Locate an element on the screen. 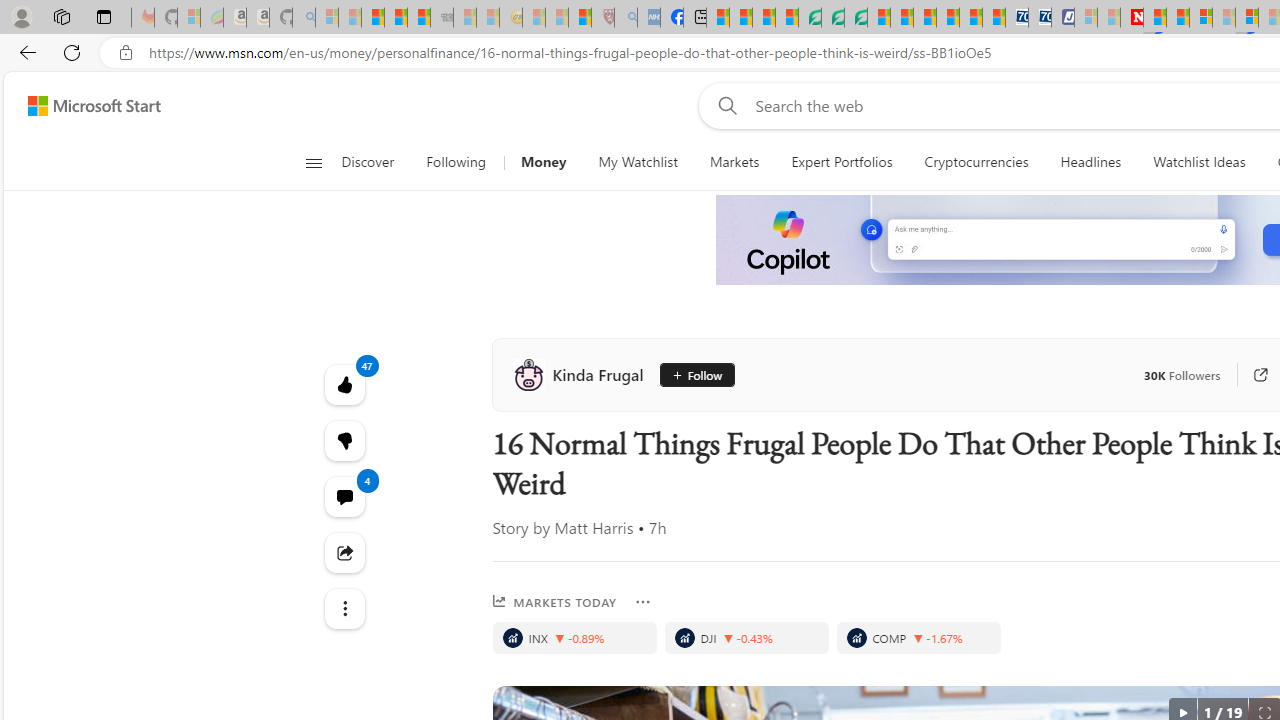 Image resolution: width=1280 pixels, height=720 pixels. 'My Watchlist' is located at coordinates (637, 162).